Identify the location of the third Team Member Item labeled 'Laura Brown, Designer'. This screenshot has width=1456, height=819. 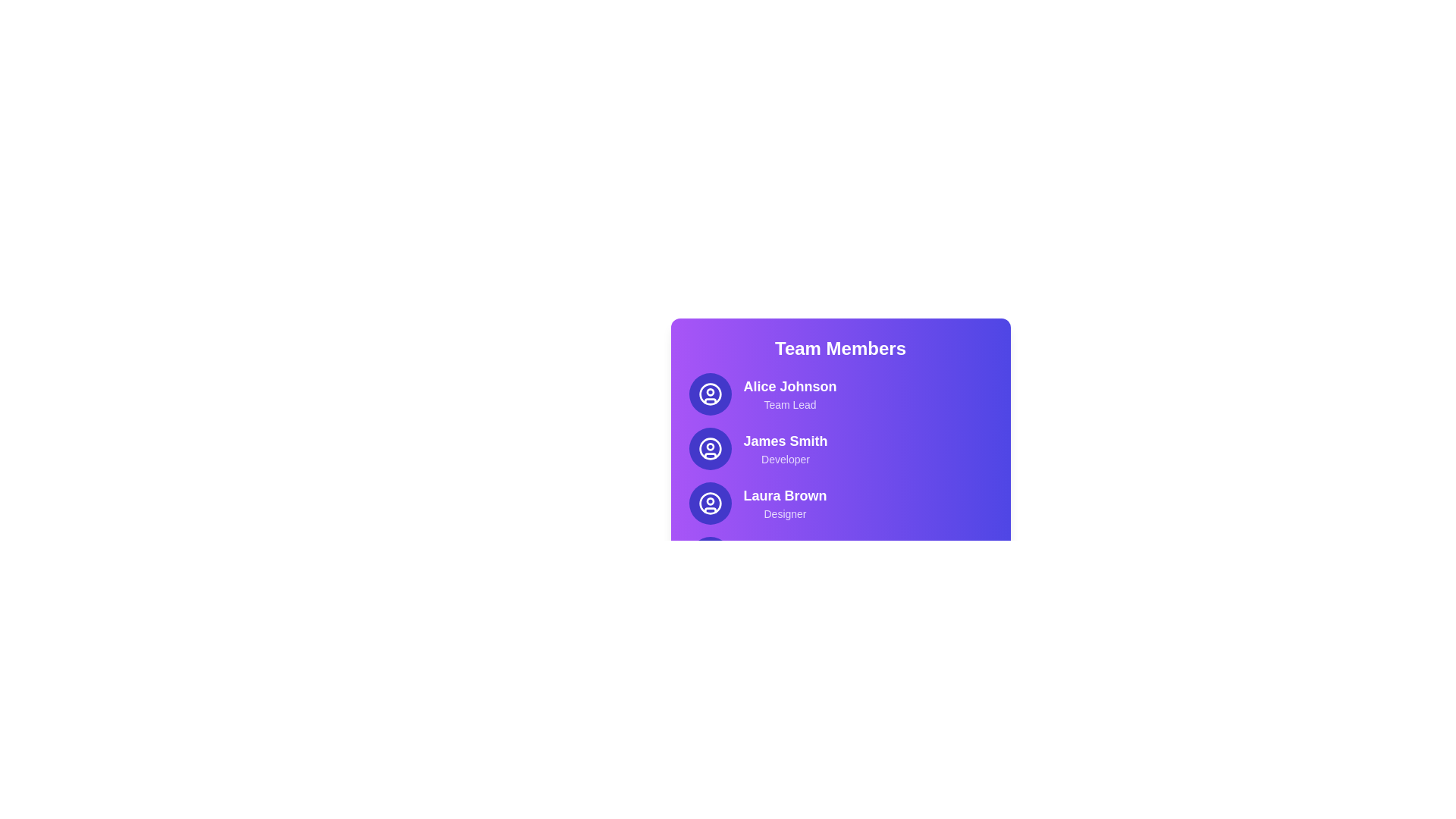
(839, 503).